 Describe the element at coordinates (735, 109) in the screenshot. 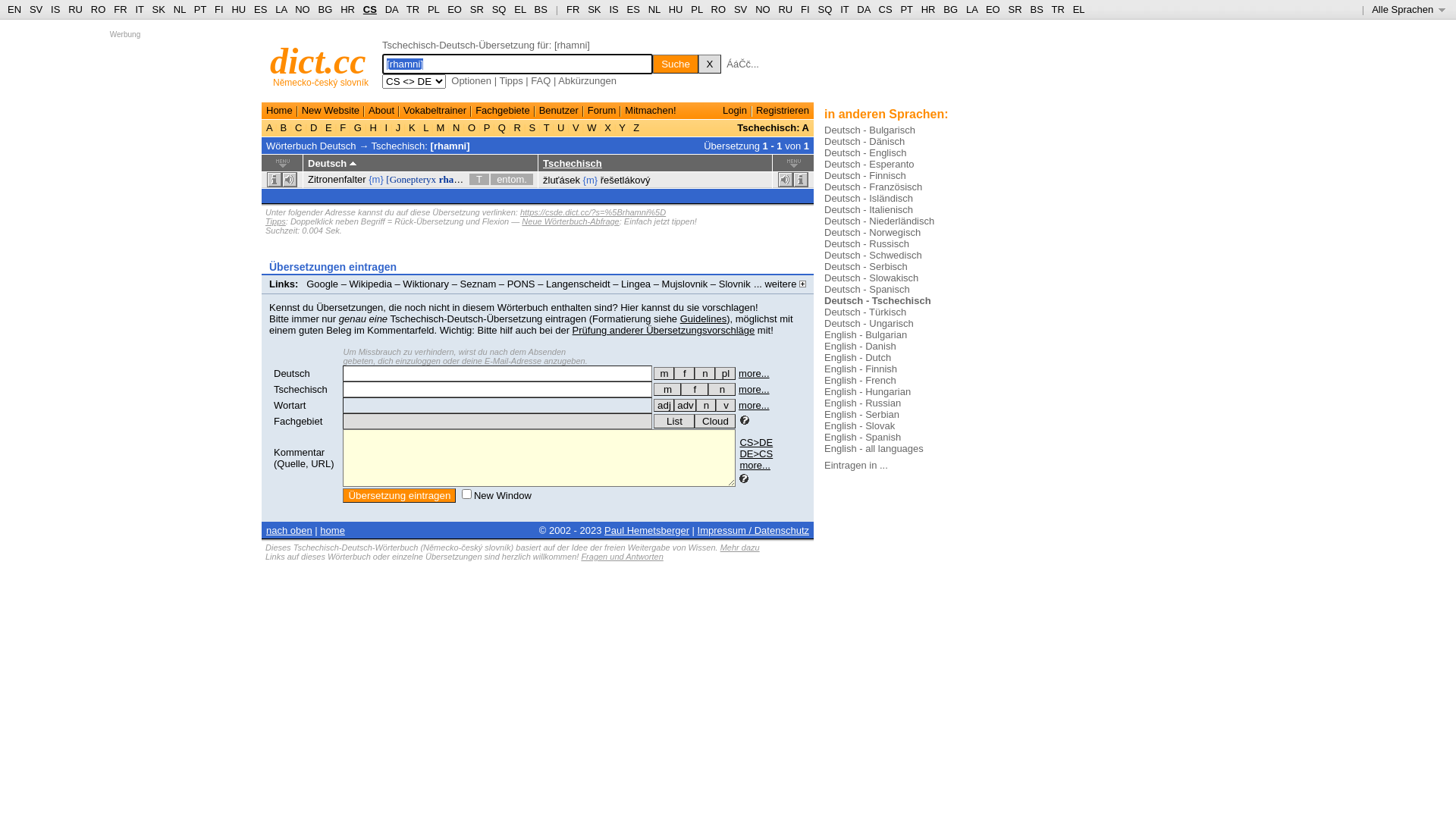

I see `'Login'` at that location.